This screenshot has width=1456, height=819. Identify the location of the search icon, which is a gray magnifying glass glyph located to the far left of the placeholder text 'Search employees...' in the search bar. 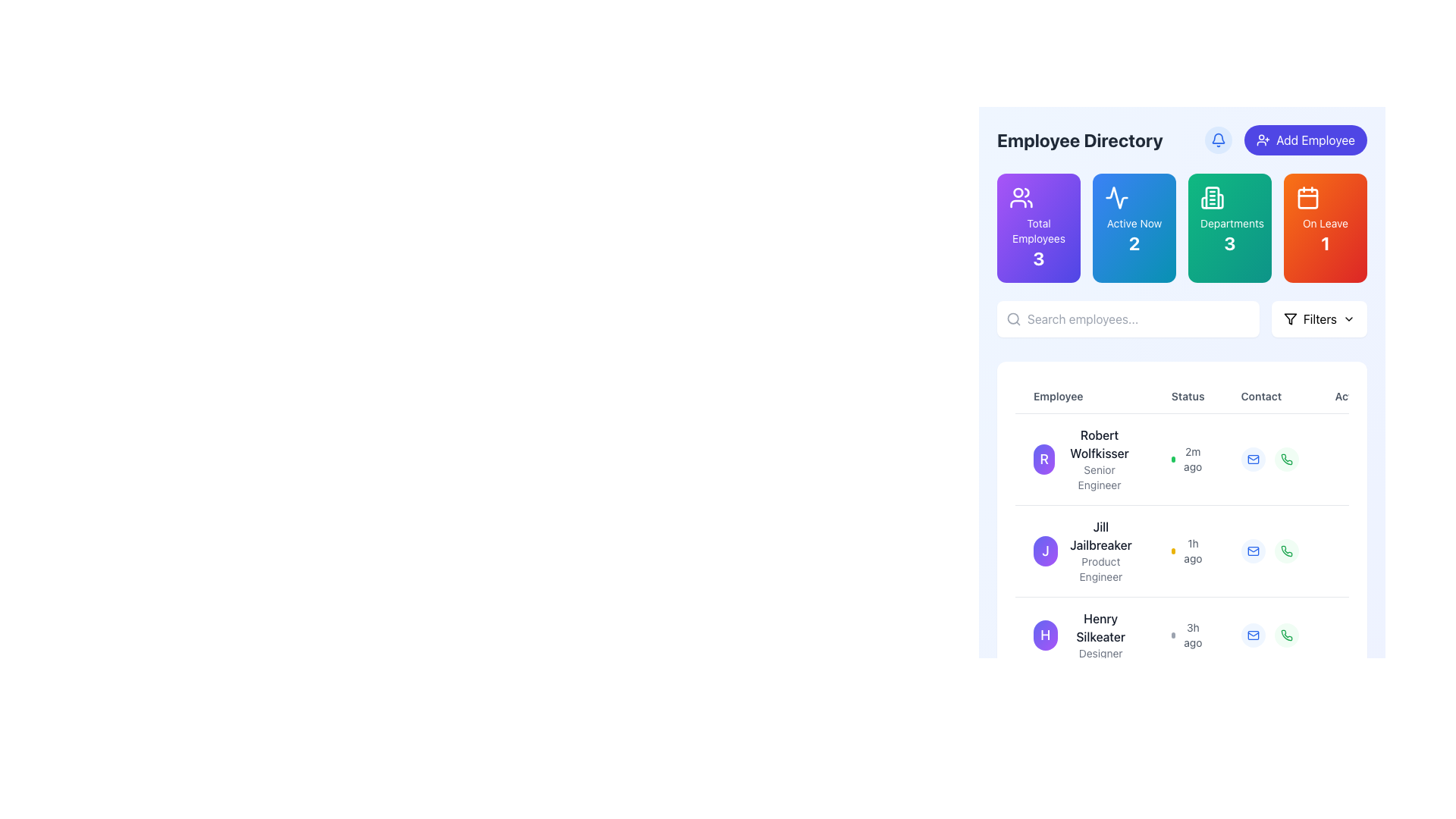
(1014, 318).